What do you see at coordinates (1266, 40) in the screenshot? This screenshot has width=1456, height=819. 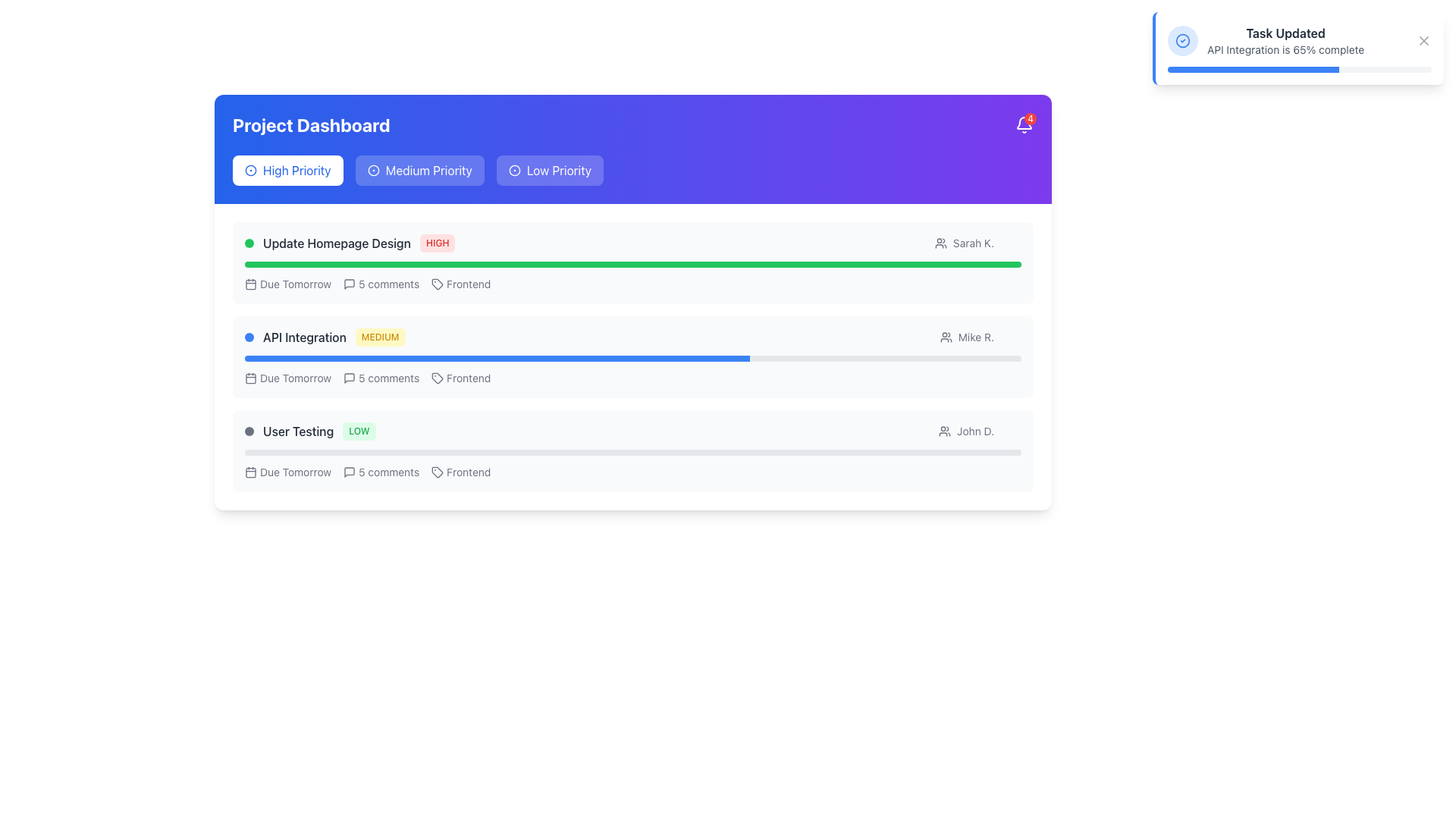 I see `the Informational notification widget that indicates the API Integration task is 65% complete, located in the top right corner of the interface` at bounding box center [1266, 40].